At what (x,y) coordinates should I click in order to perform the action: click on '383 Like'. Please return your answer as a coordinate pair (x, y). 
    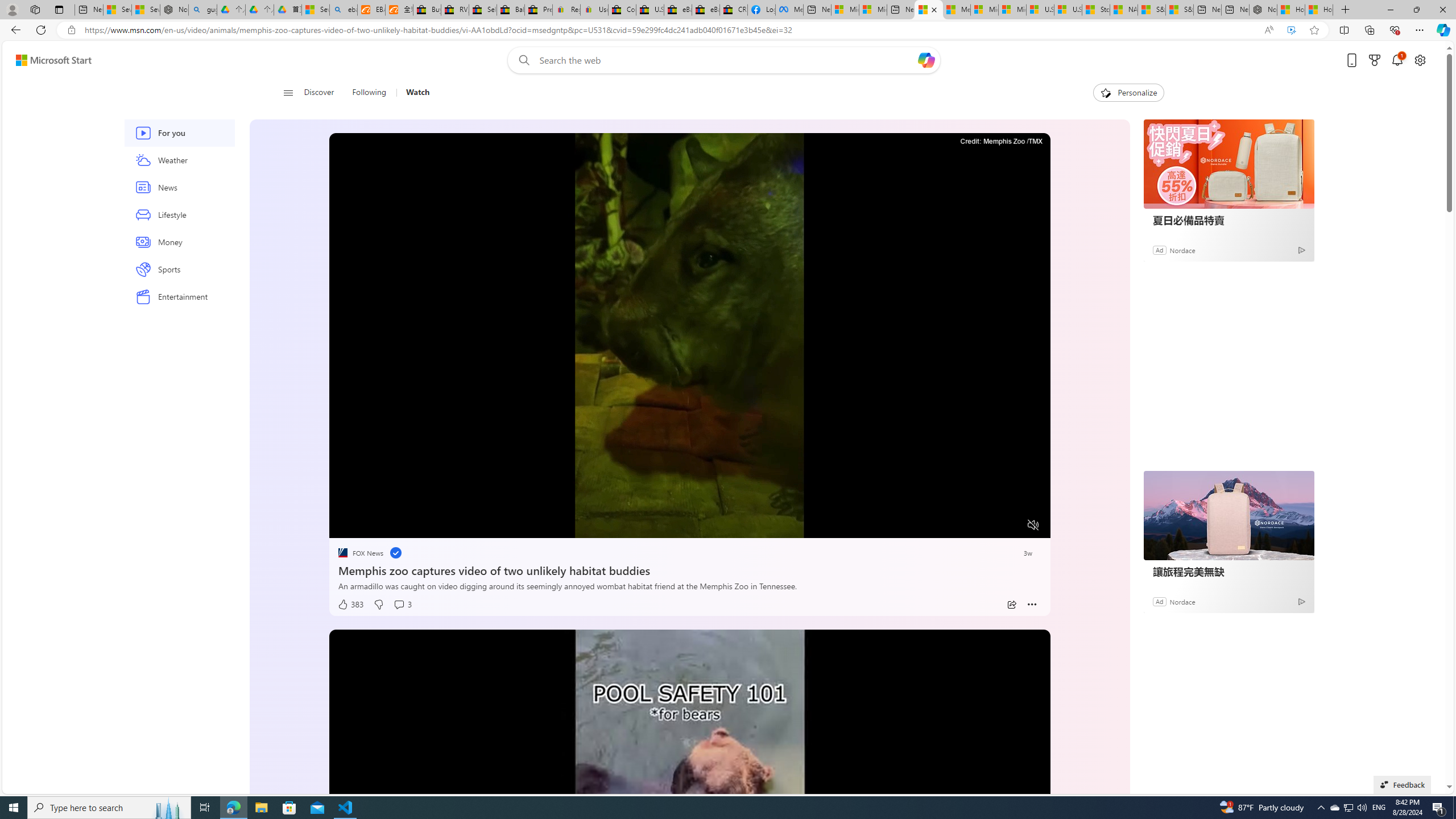
    Looking at the image, I should click on (350, 604).